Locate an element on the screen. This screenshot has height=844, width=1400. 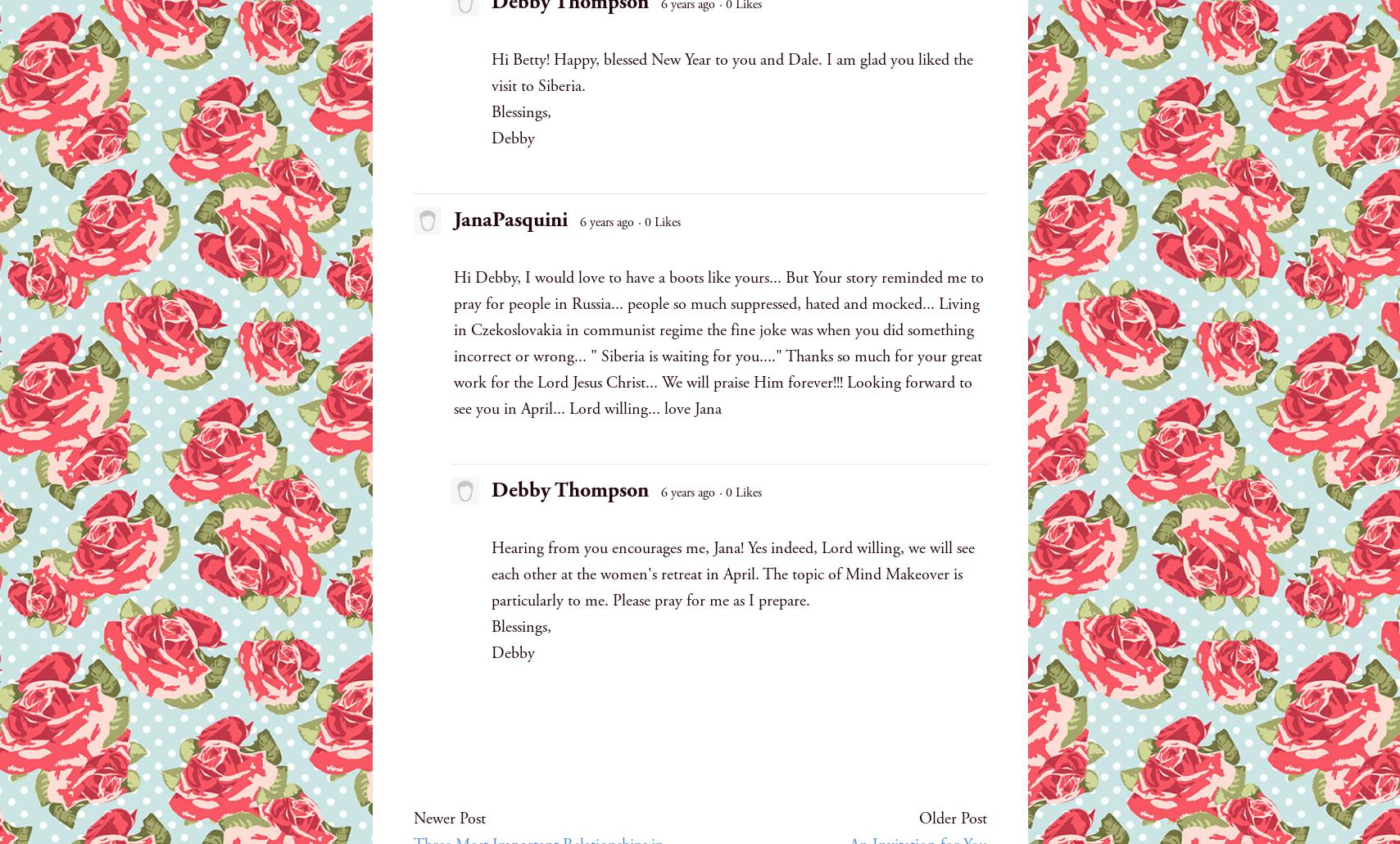
'JanaPasquini' is located at coordinates (509, 218).